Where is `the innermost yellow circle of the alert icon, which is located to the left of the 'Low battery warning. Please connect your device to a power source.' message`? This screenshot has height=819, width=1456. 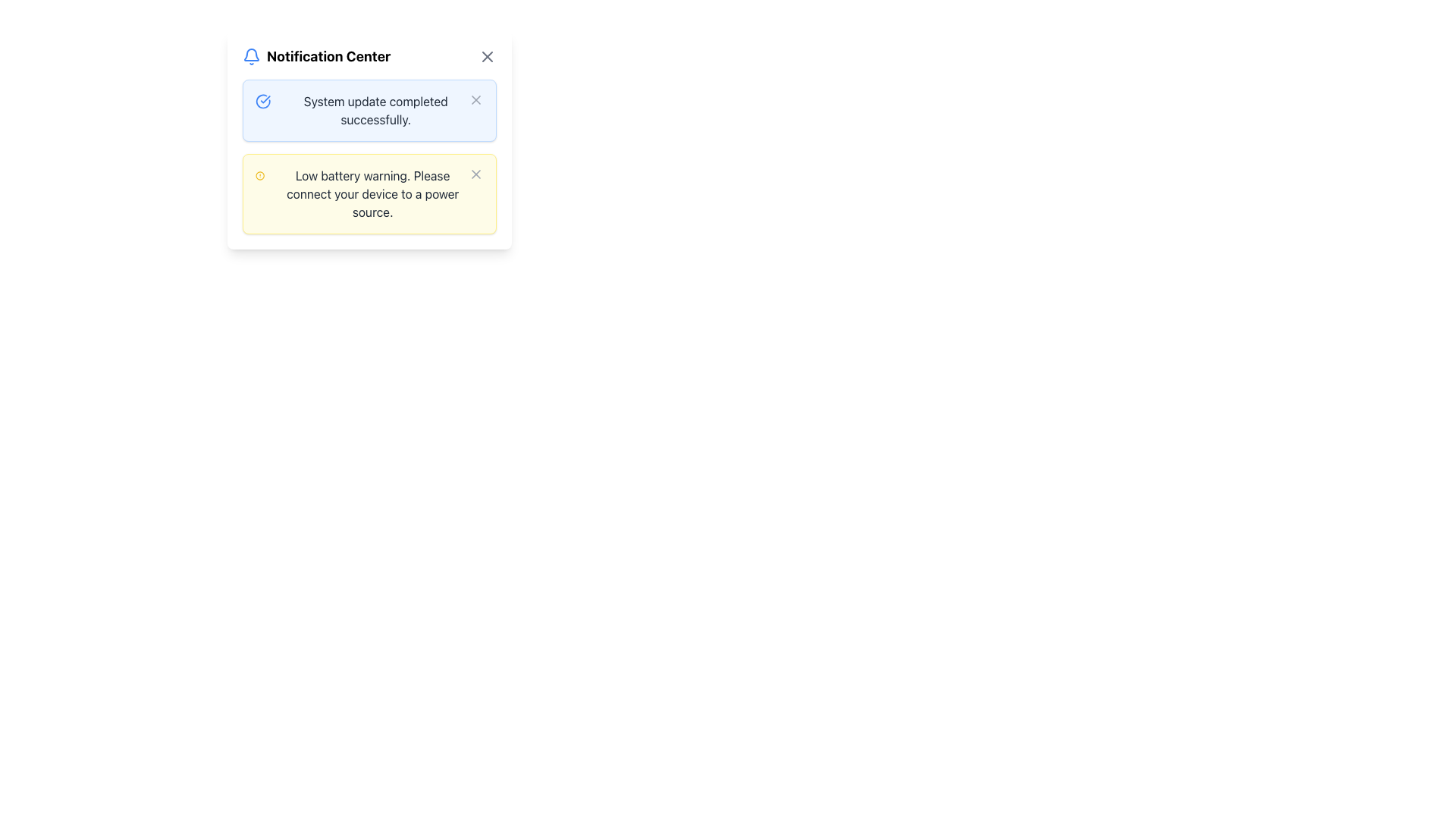
the innermost yellow circle of the alert icon, which is located to the left of the 'Low battery warning. Please connect your device to a power source.' message is located at coordinates (260, 174).